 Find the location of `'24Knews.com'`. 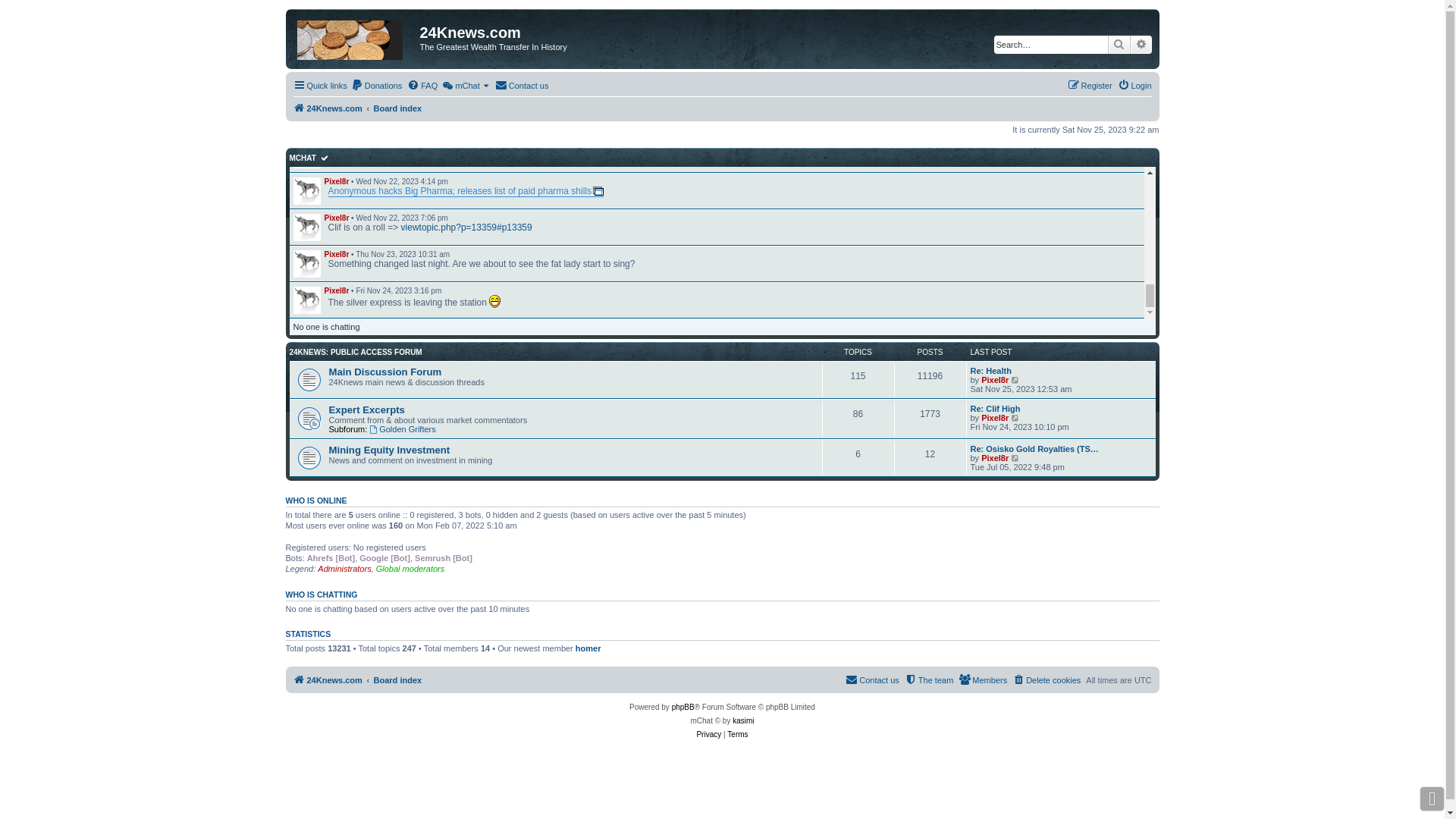

'24Knews.com' is located at coordinates (326, 107).